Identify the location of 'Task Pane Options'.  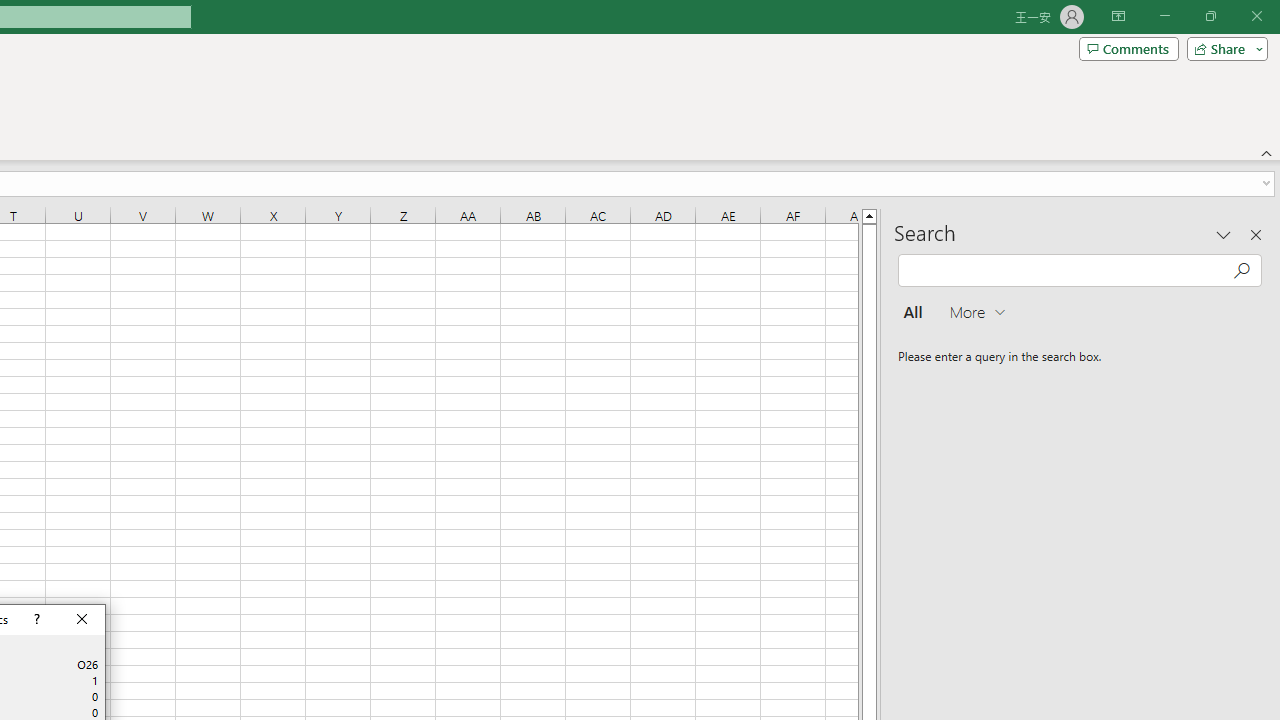
(1223, 234).